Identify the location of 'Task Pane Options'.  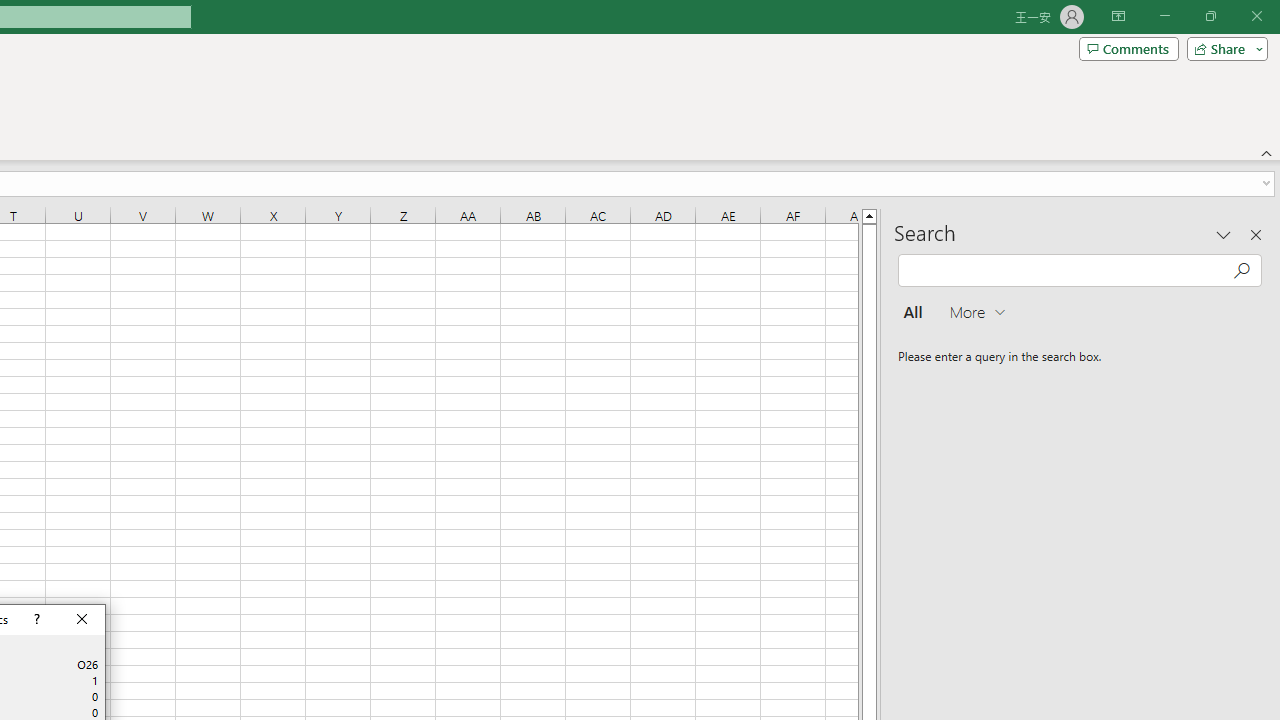
(1223, 234).